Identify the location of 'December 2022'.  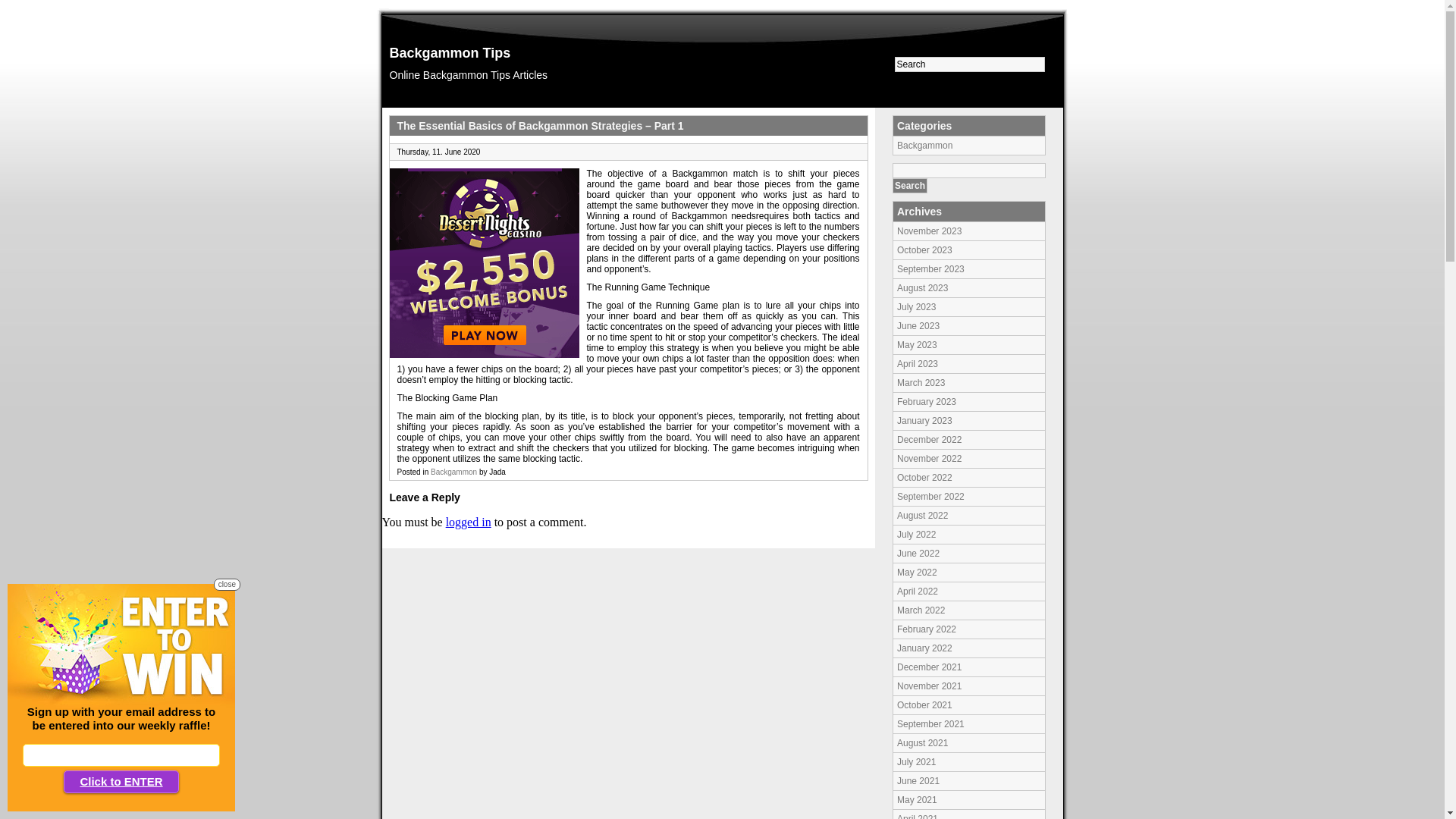
(896, 439).